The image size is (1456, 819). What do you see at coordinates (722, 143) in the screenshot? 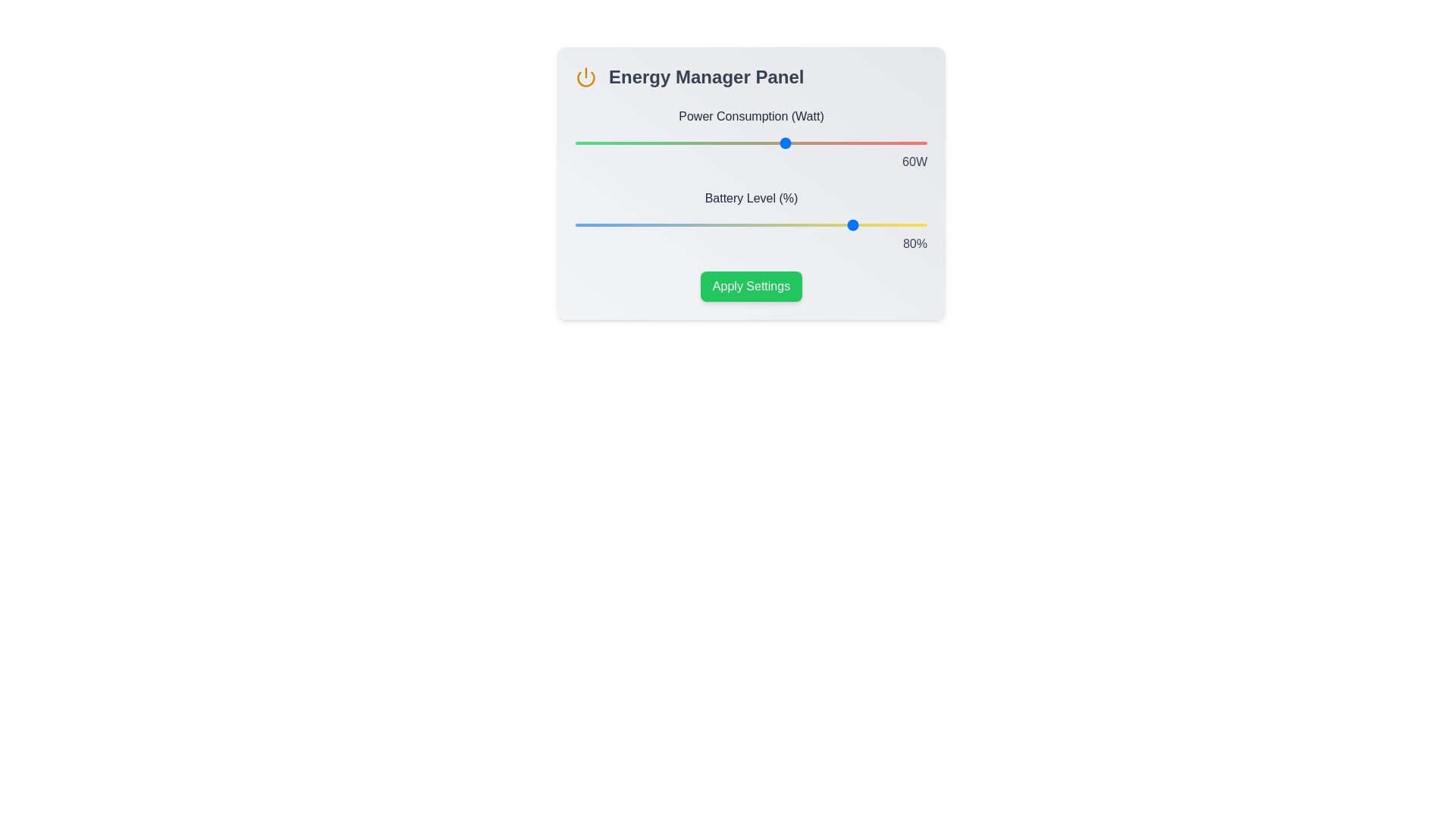
I see `the power consumption slider to 42 percent` at bounding box center [722, 143].